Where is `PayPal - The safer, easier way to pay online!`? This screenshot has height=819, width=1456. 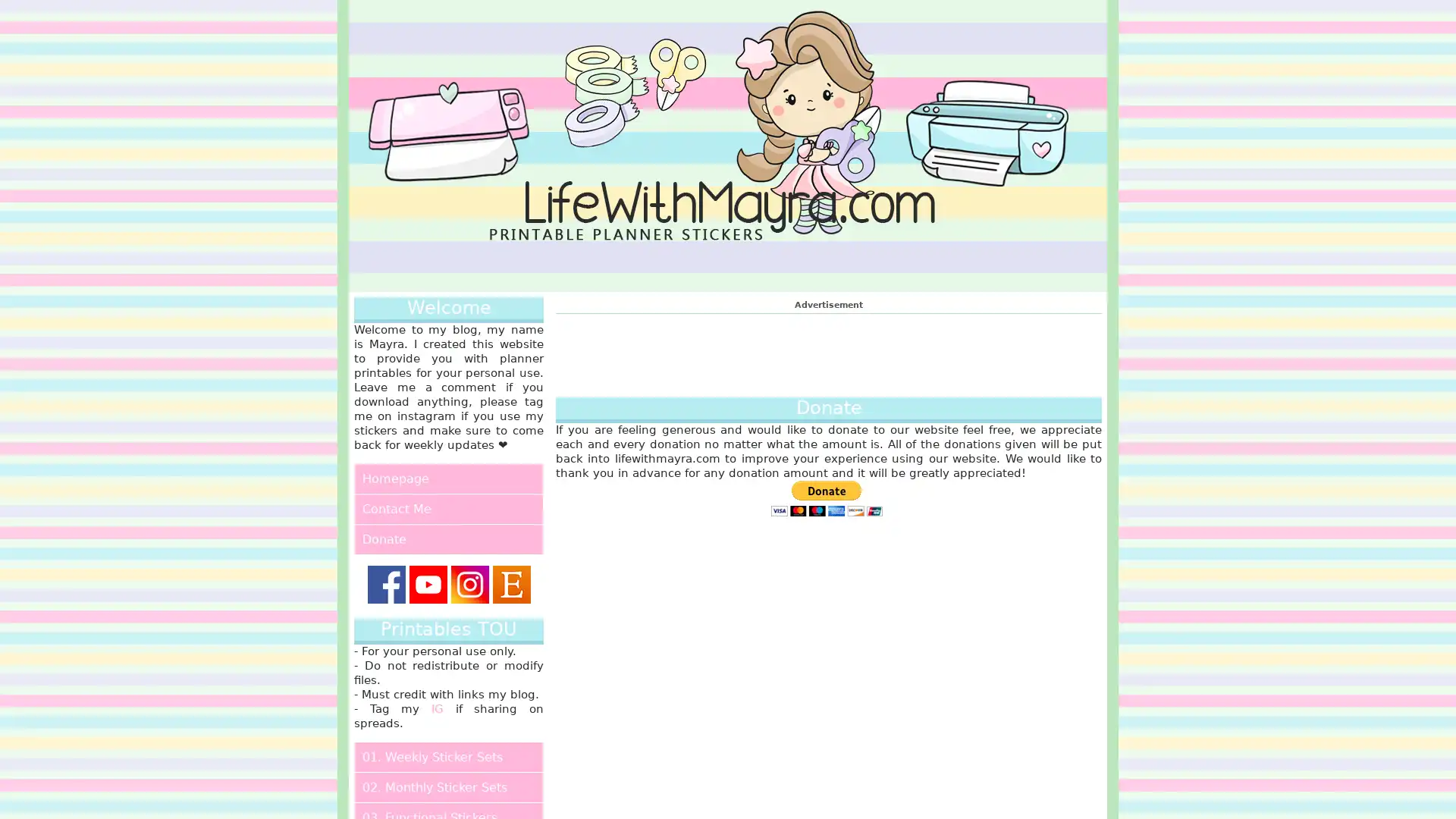
PayPal - The safer, easier way to pay online! is located at coordinates (825, 498).